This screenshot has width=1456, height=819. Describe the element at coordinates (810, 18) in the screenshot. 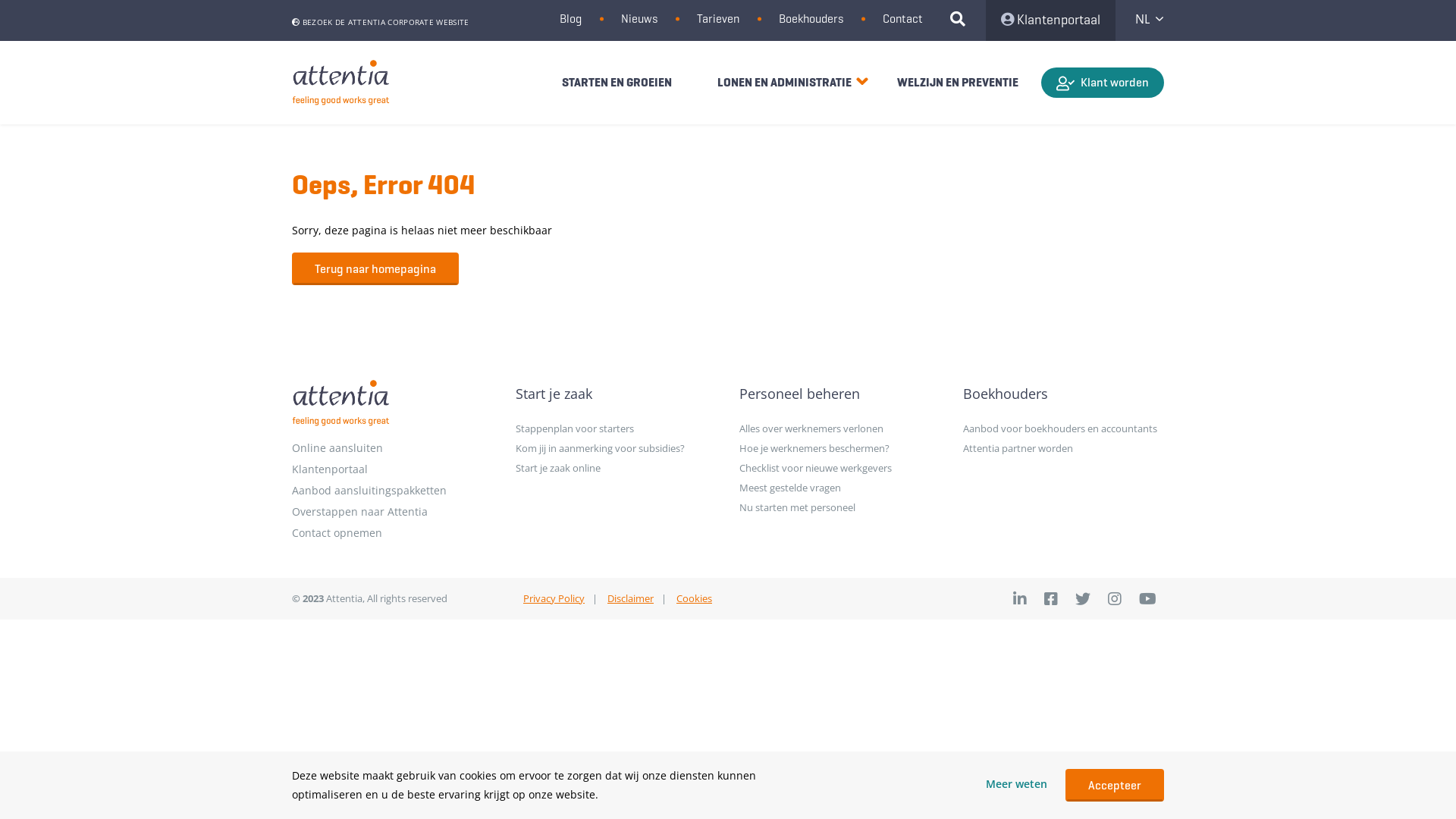

I see `'Boekhouders'` at that location.